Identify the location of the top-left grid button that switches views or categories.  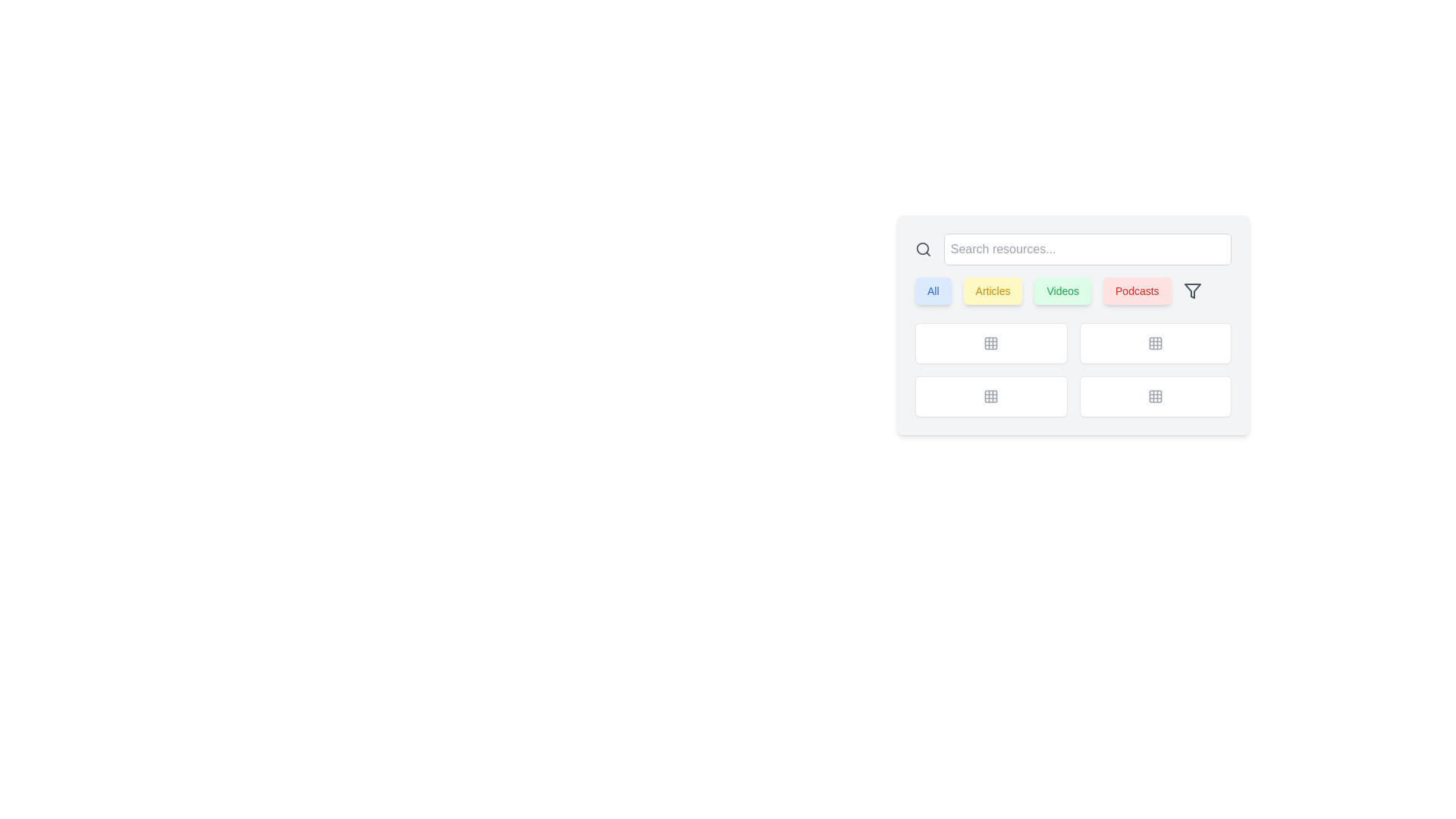
(991, 343).